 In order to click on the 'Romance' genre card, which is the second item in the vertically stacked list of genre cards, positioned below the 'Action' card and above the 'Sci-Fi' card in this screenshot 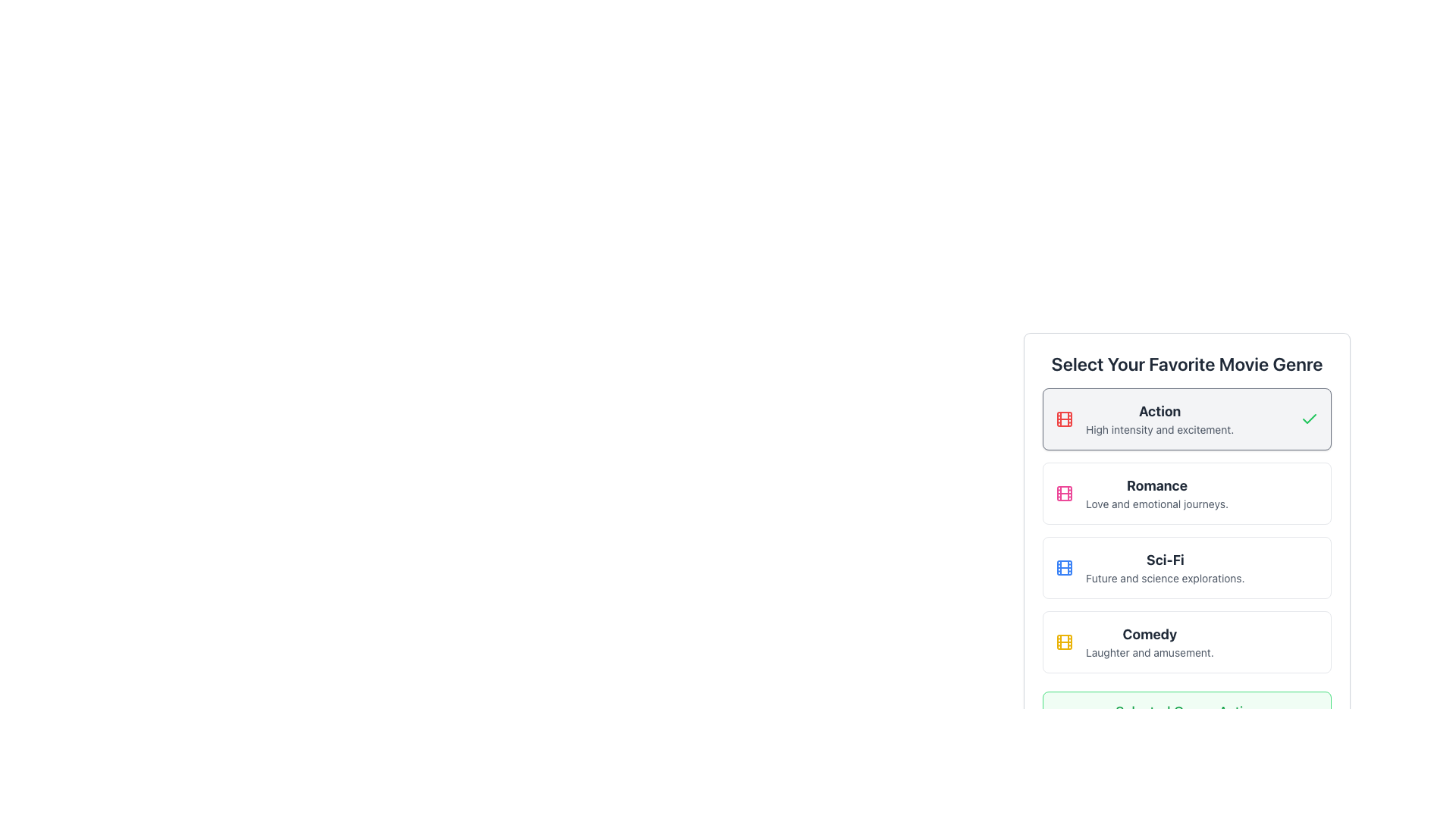, I will do `click(1186, 494)`.